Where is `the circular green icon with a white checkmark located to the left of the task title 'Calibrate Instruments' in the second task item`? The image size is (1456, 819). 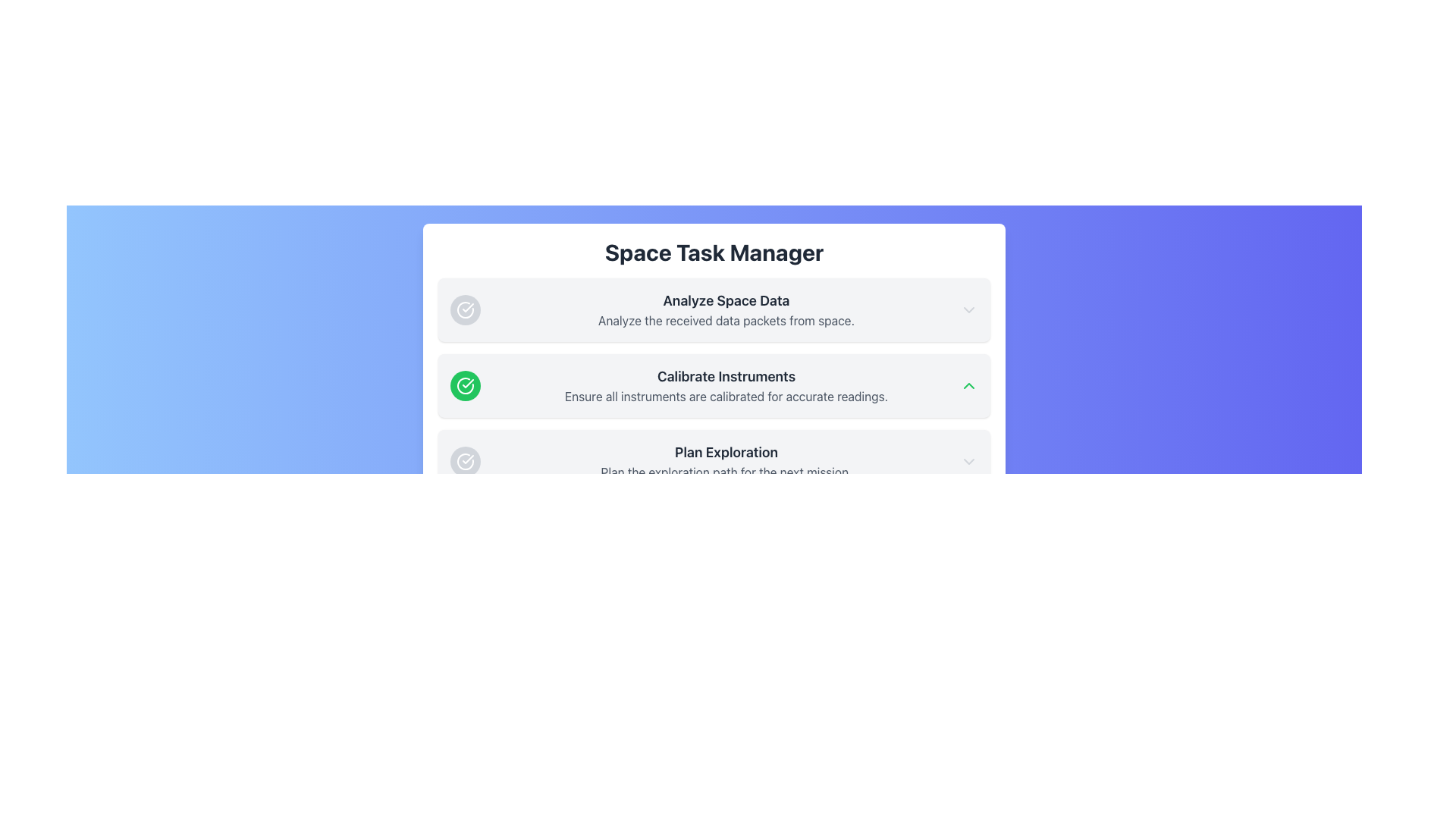 the circular green icon with a white checkmark located to the left of the task title 'Calibrate Instruments' in the second task item is located at coordinates (465, 385).